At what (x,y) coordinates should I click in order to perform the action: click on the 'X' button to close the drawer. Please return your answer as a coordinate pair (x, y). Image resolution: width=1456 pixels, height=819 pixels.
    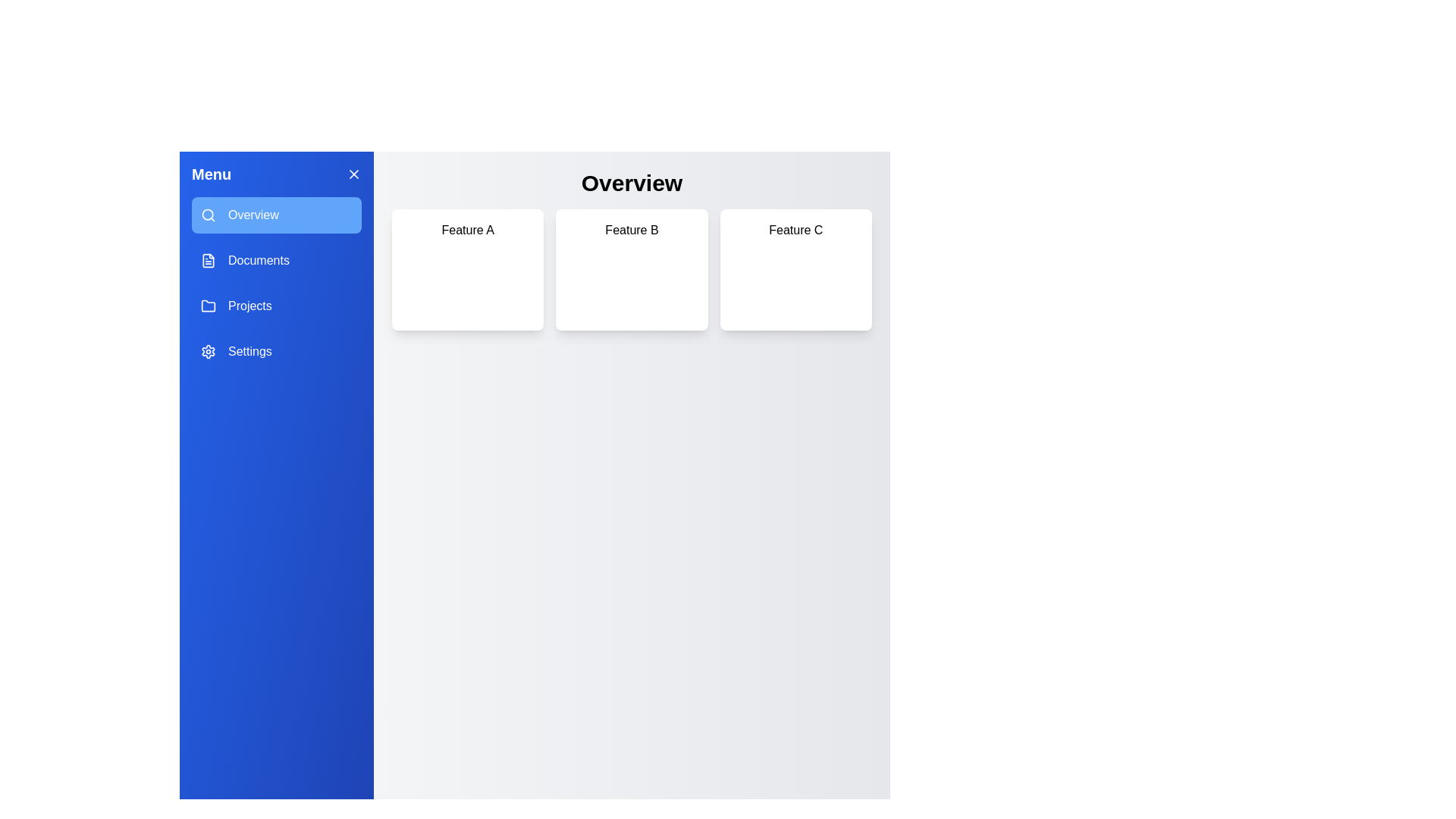
    Looking at the image, I should click on (353, 174).